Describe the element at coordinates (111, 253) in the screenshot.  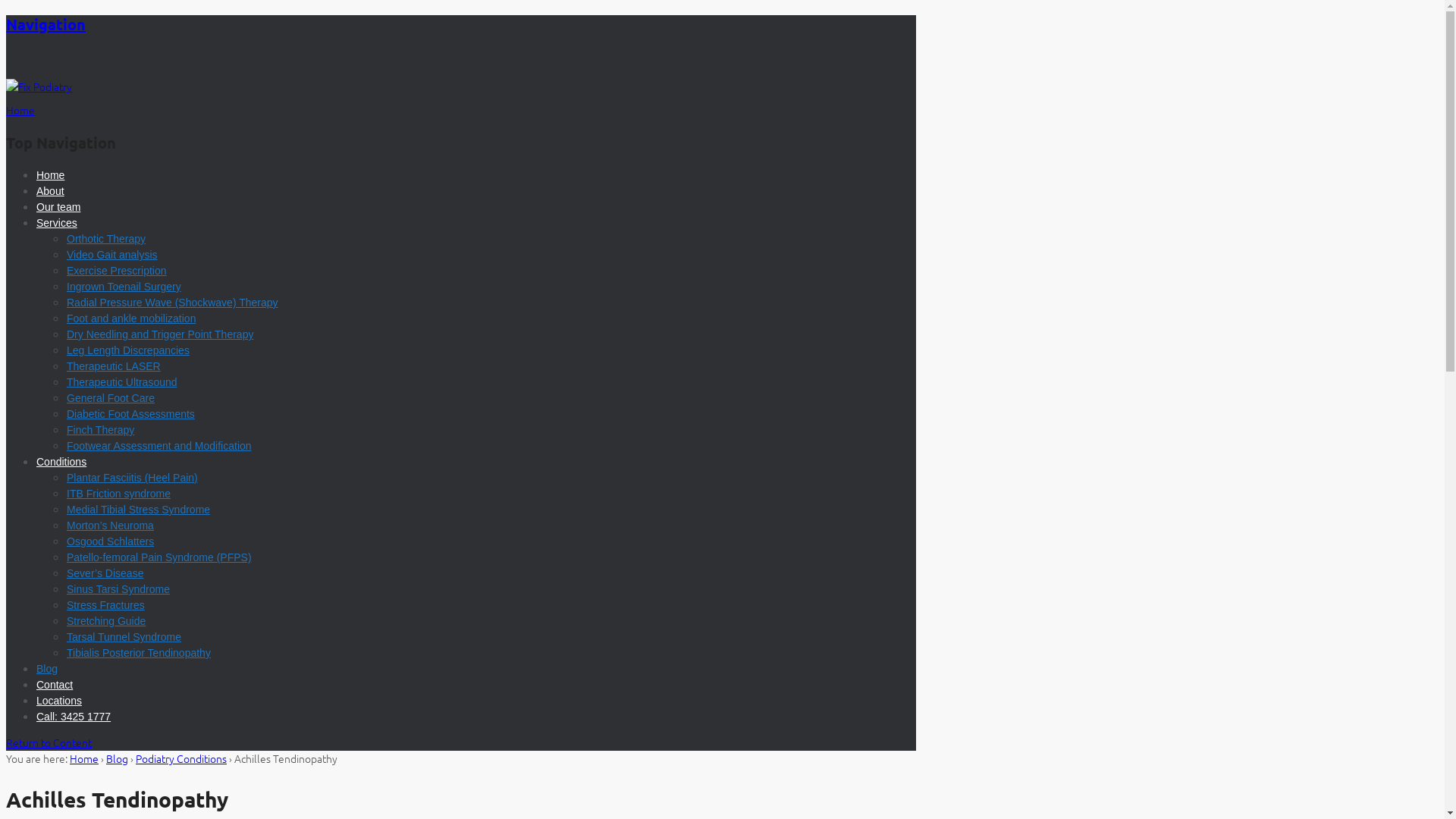
I see `'Video Gait analysis'` at that location.